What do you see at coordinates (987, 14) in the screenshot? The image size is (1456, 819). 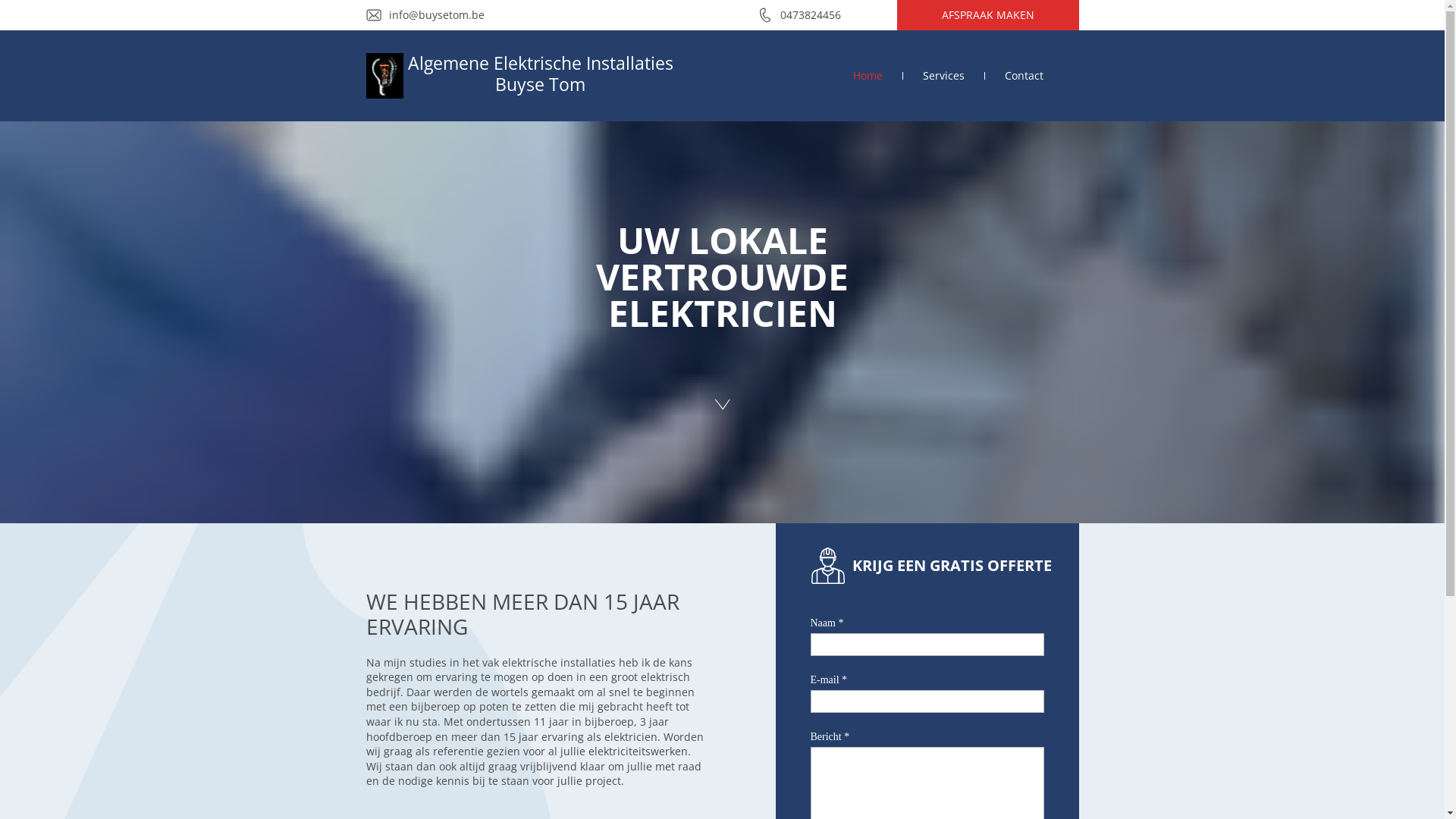 I see `'AFSPRAAK MAKEN'` at bounding box center [987, 14].